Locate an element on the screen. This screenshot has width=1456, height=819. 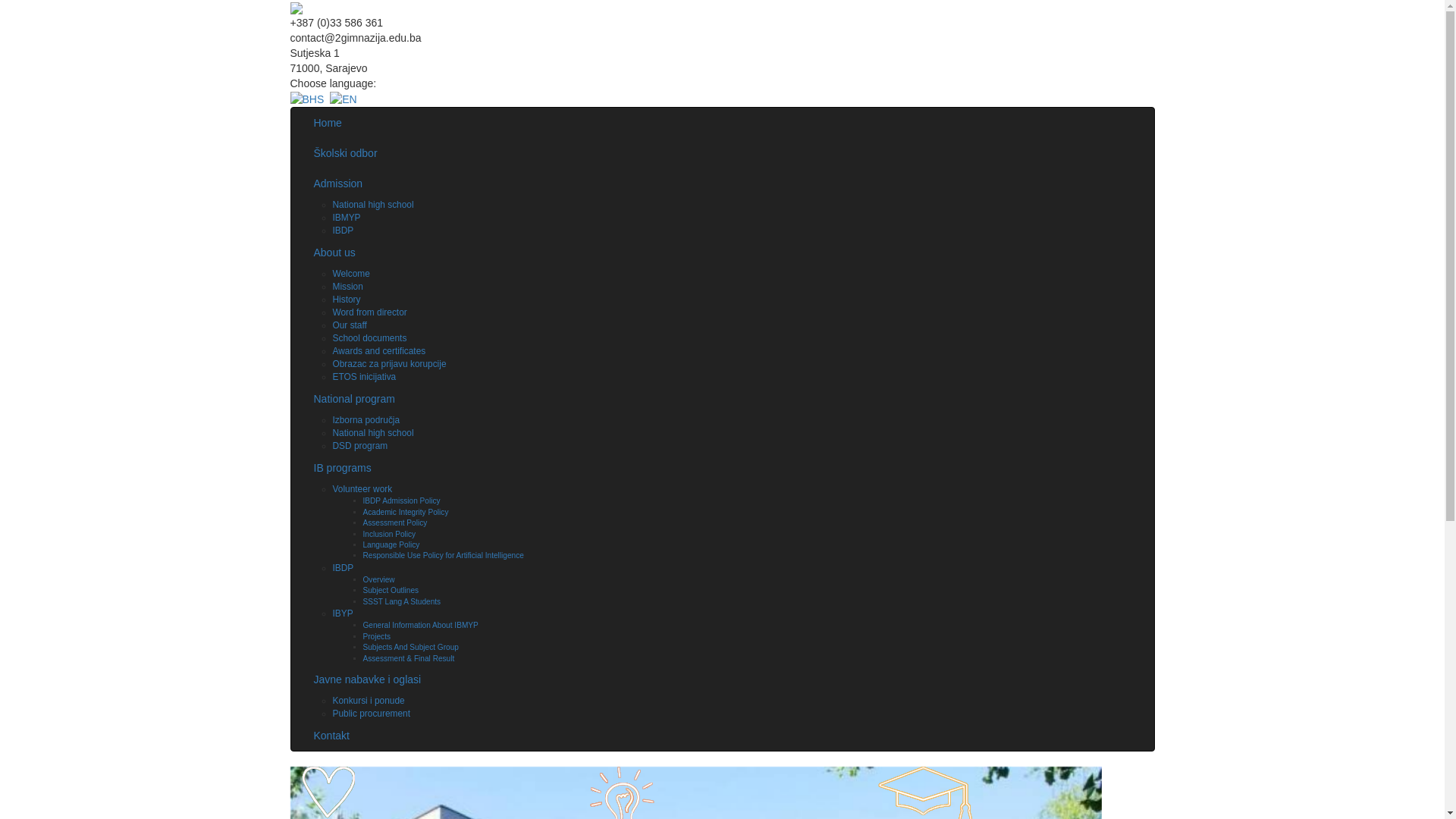
'Overview' is located at coordinates (378, 579).